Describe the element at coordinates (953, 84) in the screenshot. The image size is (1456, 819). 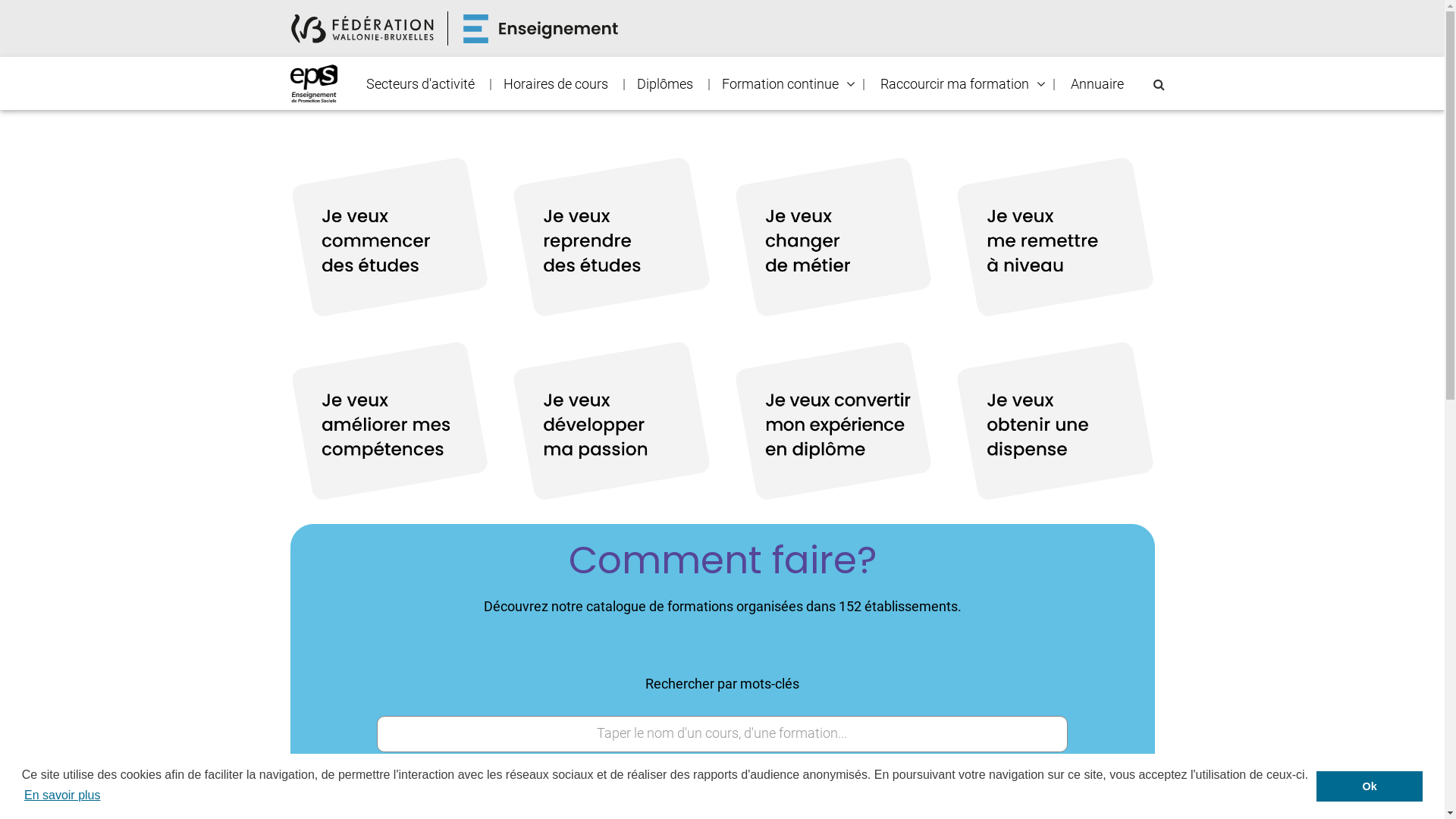
I see `'Raccourcir ma formation'` at that location.